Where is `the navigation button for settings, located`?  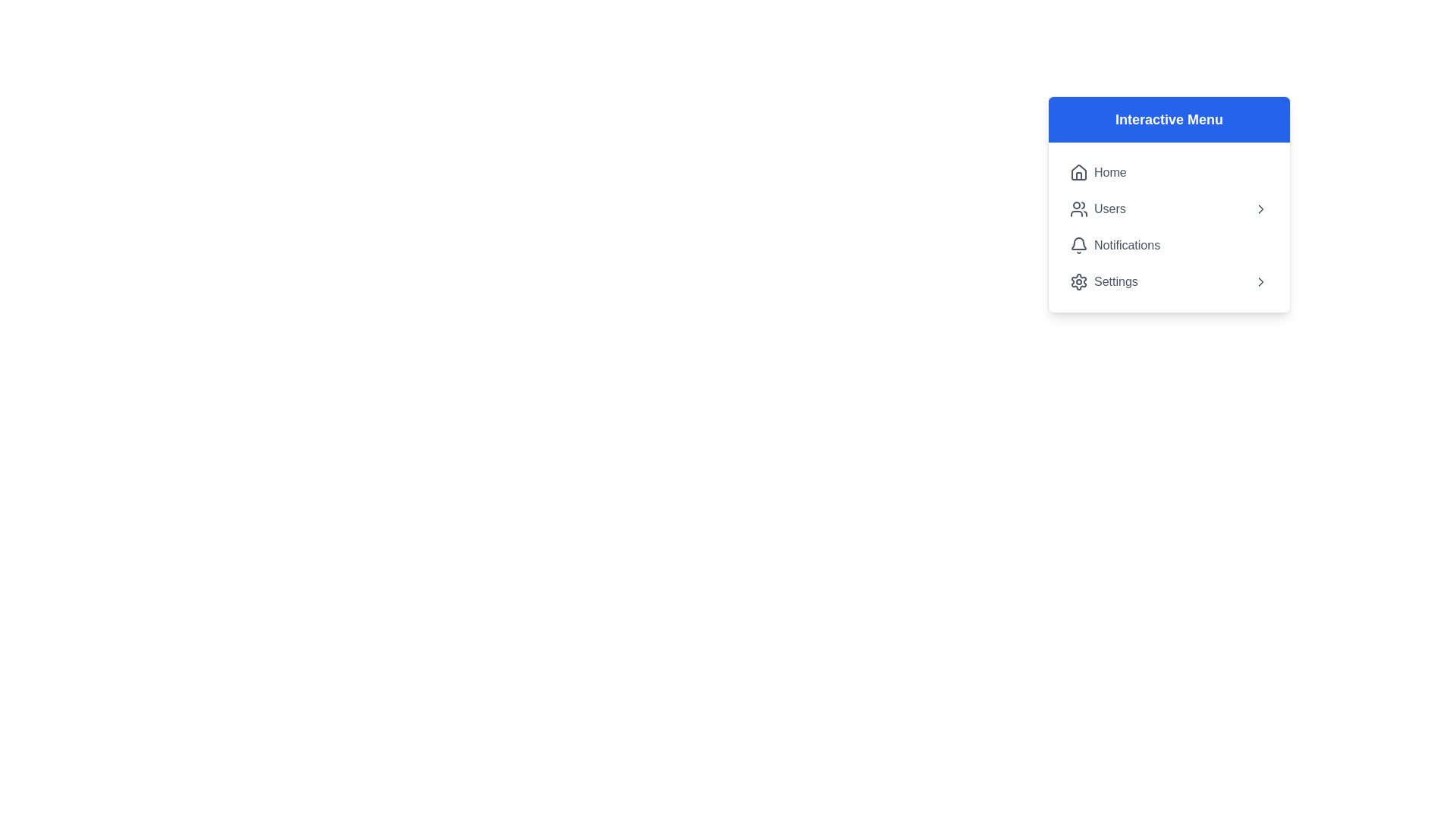 the navigation button for settings, located is located at coordinates (1103, 281).